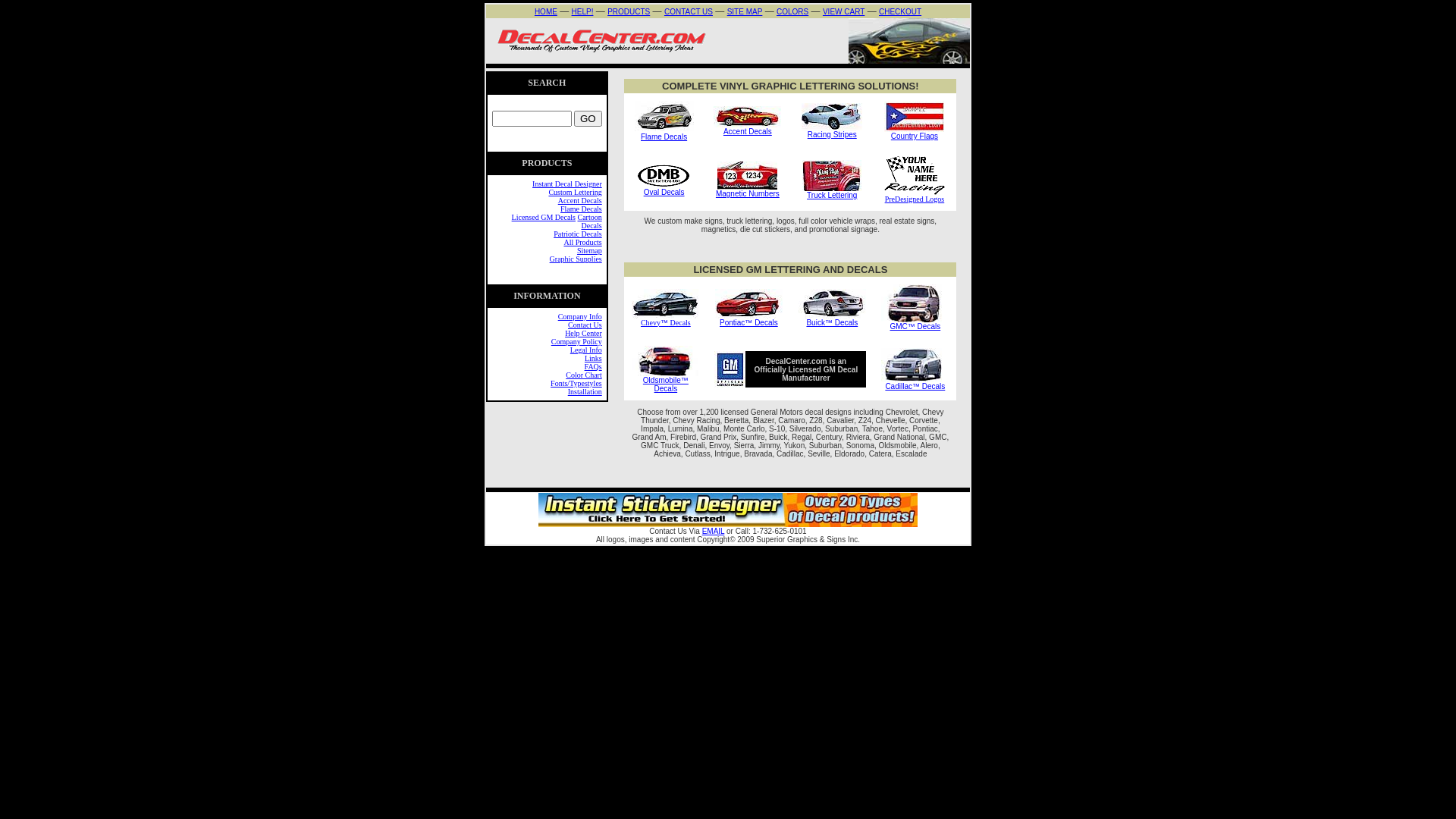 Image resolution: width=1456 pixels, height=819 pixels. Describe the element at coordinates (546, 11) in the screenshot. I see `'HOME'` at that location.